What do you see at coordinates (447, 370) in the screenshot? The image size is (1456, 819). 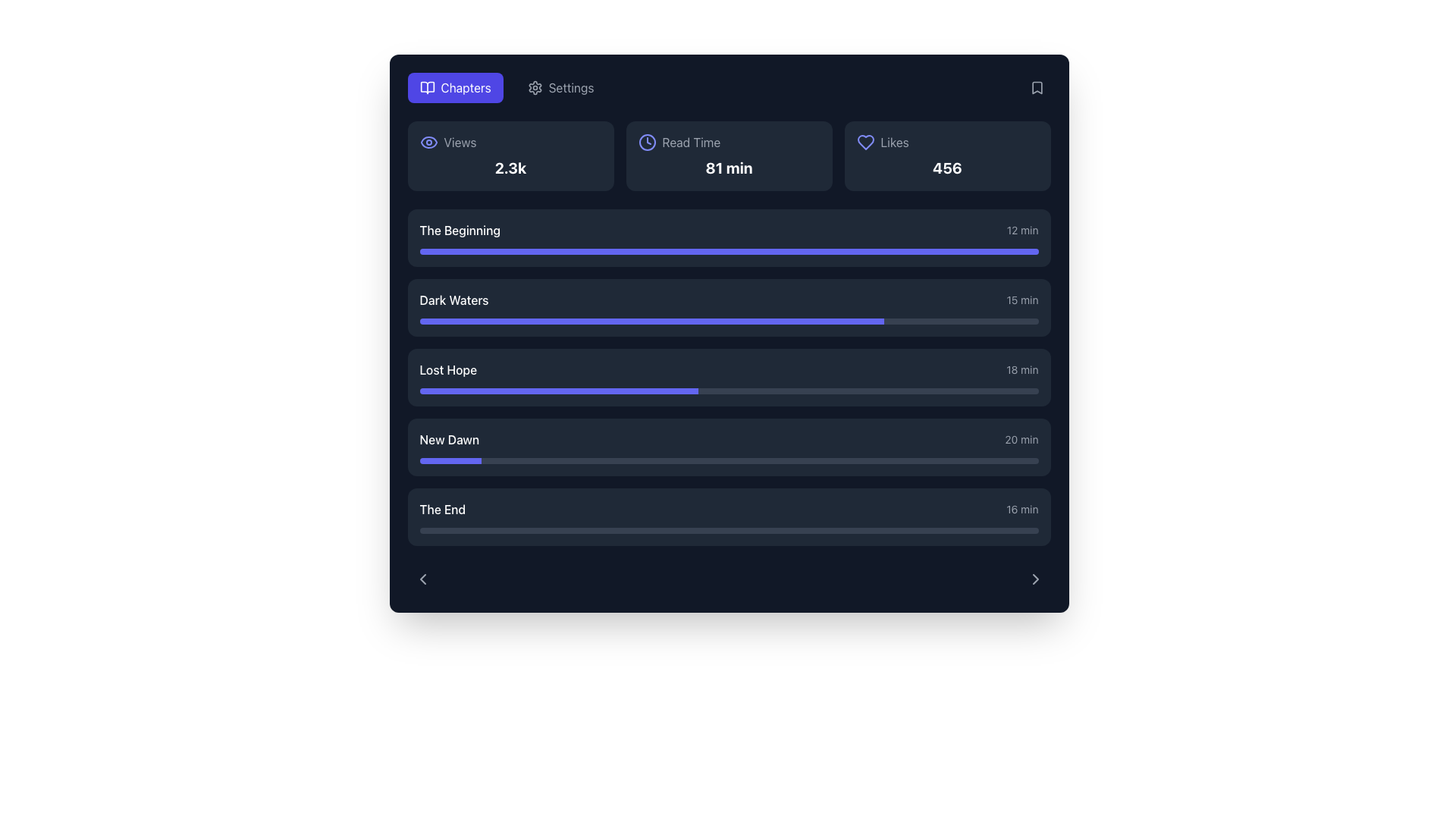 I see `text from the label displaying 'Lost Hope', which is located in the third row of a vertically stacked list, positioned to the left of the 18-min indicator` at bounding box center [447, 370].